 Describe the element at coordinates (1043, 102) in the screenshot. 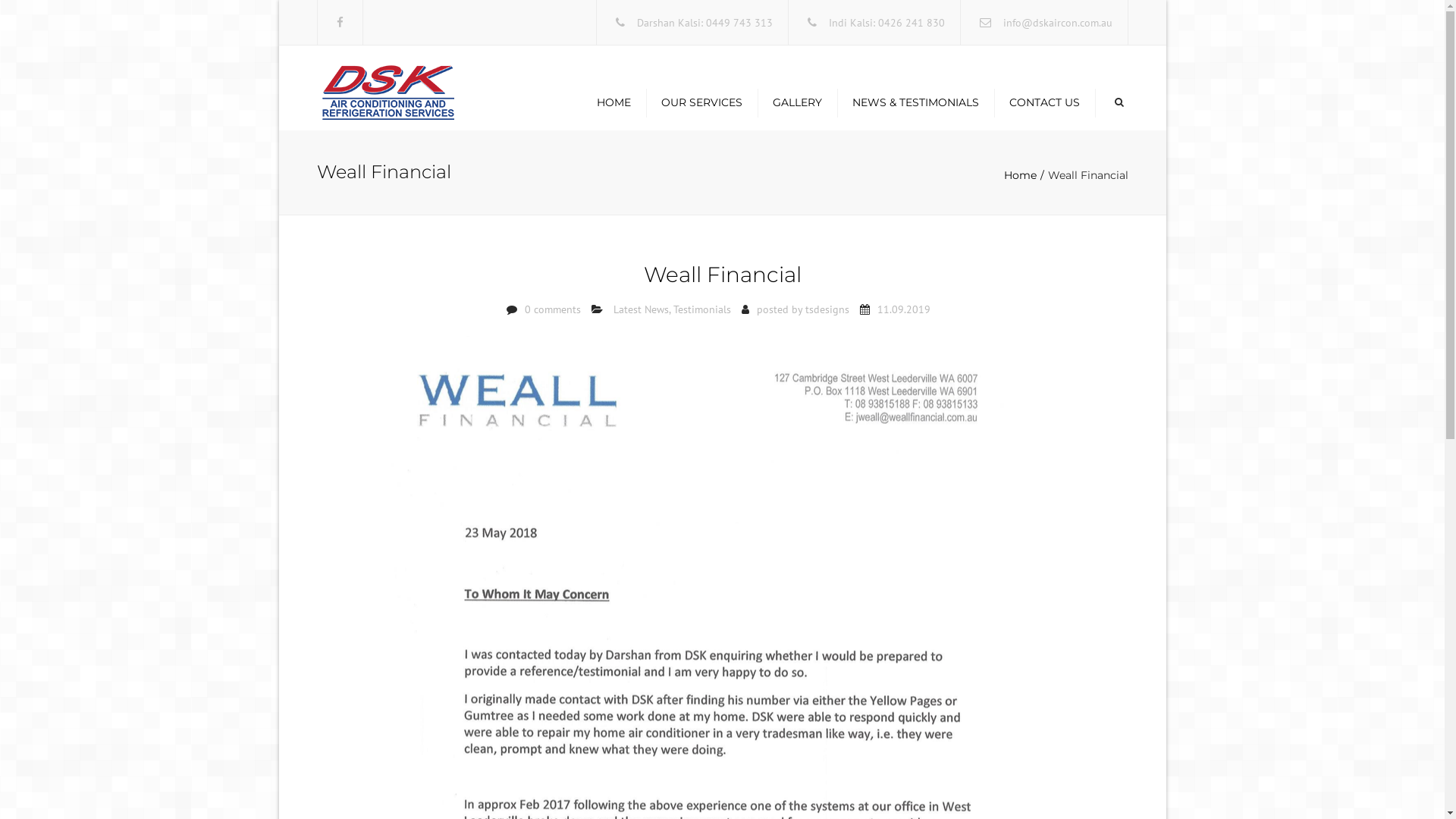

I see `'CONTACT US'` at that location.